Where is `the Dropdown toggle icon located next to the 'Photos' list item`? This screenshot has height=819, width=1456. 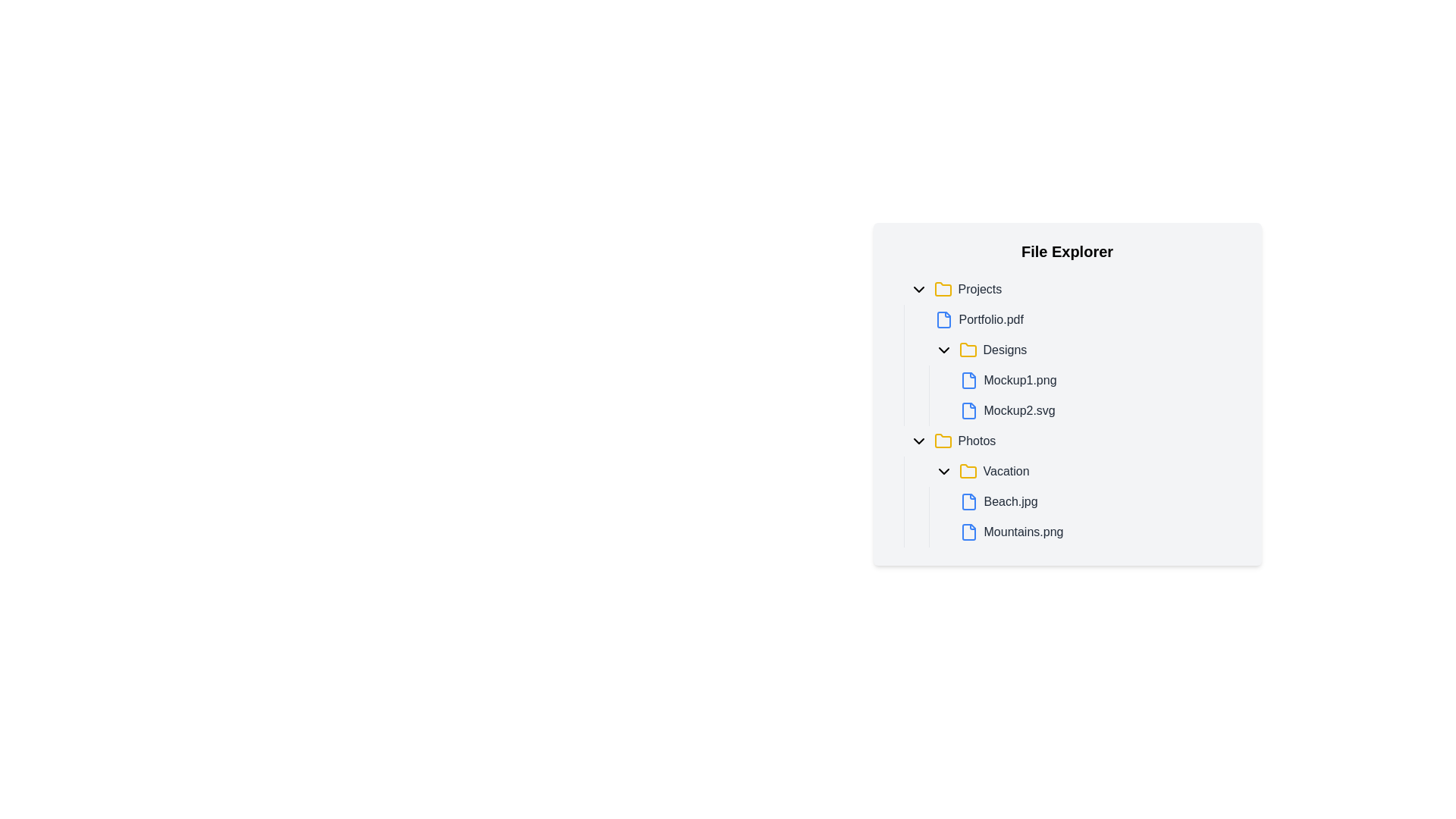
the Dropdown toggle icon located next to the 'Photos' list item is located at coordinates (918, 441).